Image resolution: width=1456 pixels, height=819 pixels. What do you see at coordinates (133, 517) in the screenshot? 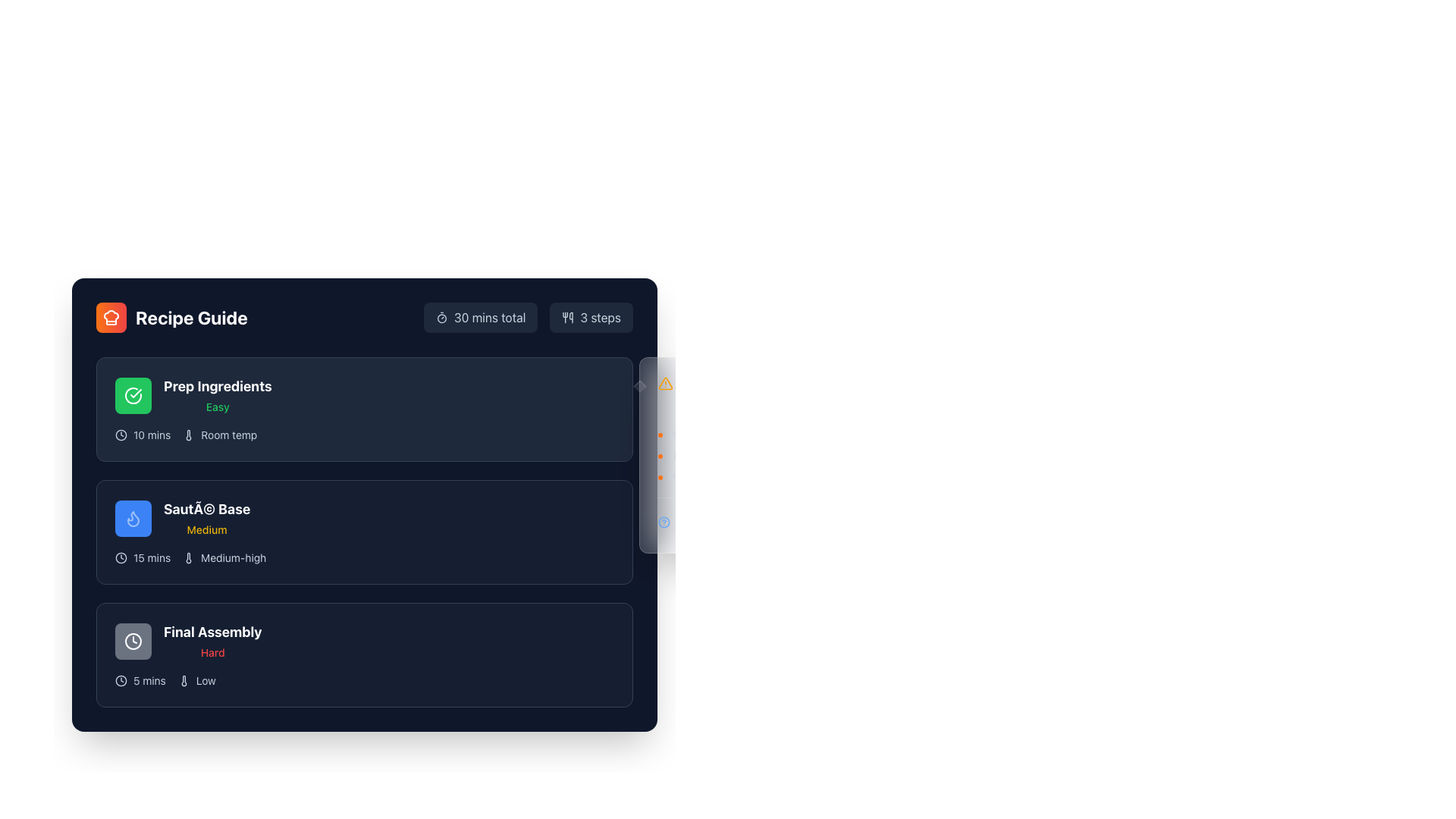
I see `the flame icon on the blue square button with rounded corners, which is the first item on the left within the 'Sauté Base' and 'Medium' section` at bounding box center [133, 517].